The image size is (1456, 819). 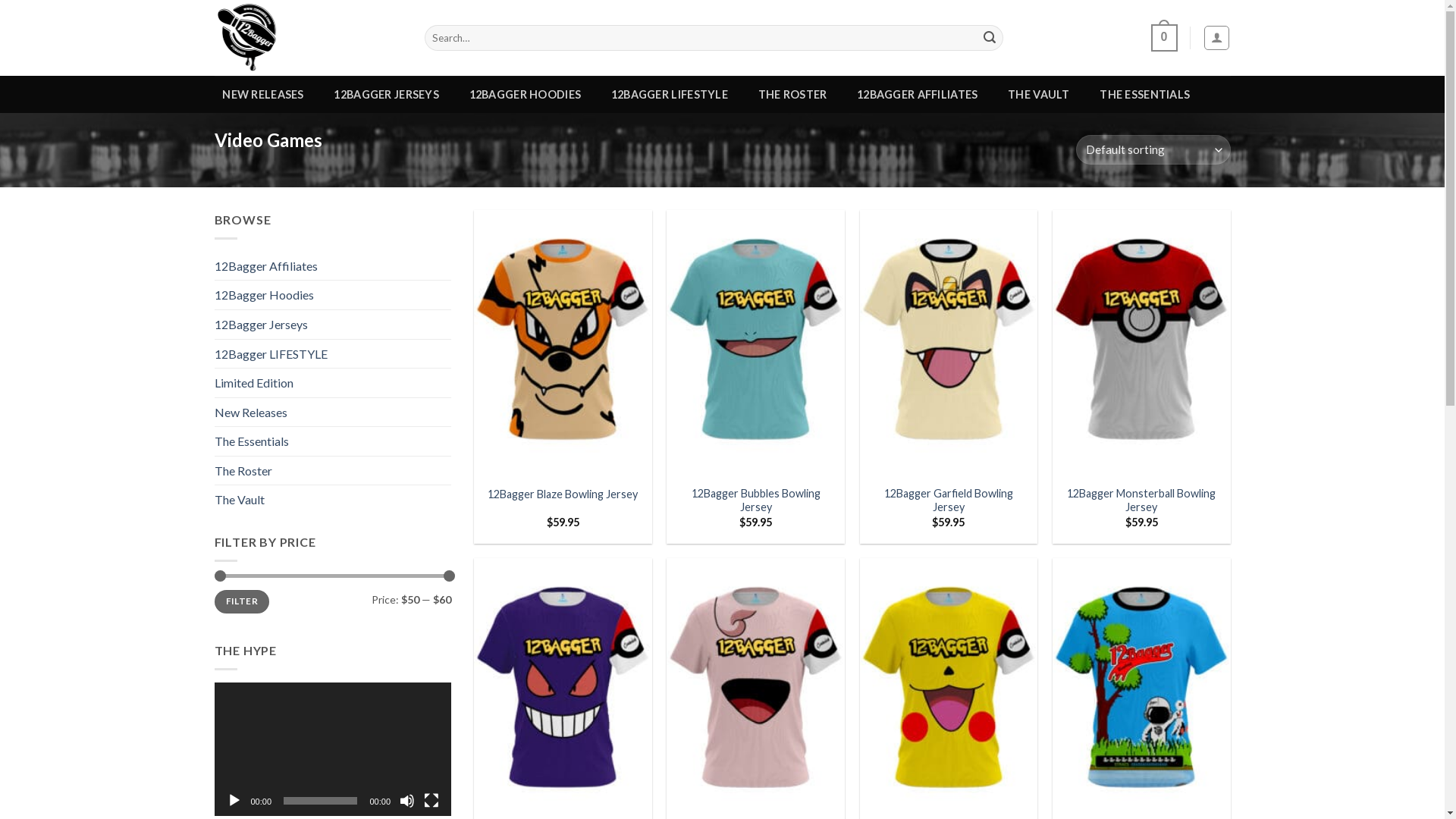 What do you see at coordinates (232, 800) in the screenshot?
I see `'Play'` at bounding box center [232, 800].